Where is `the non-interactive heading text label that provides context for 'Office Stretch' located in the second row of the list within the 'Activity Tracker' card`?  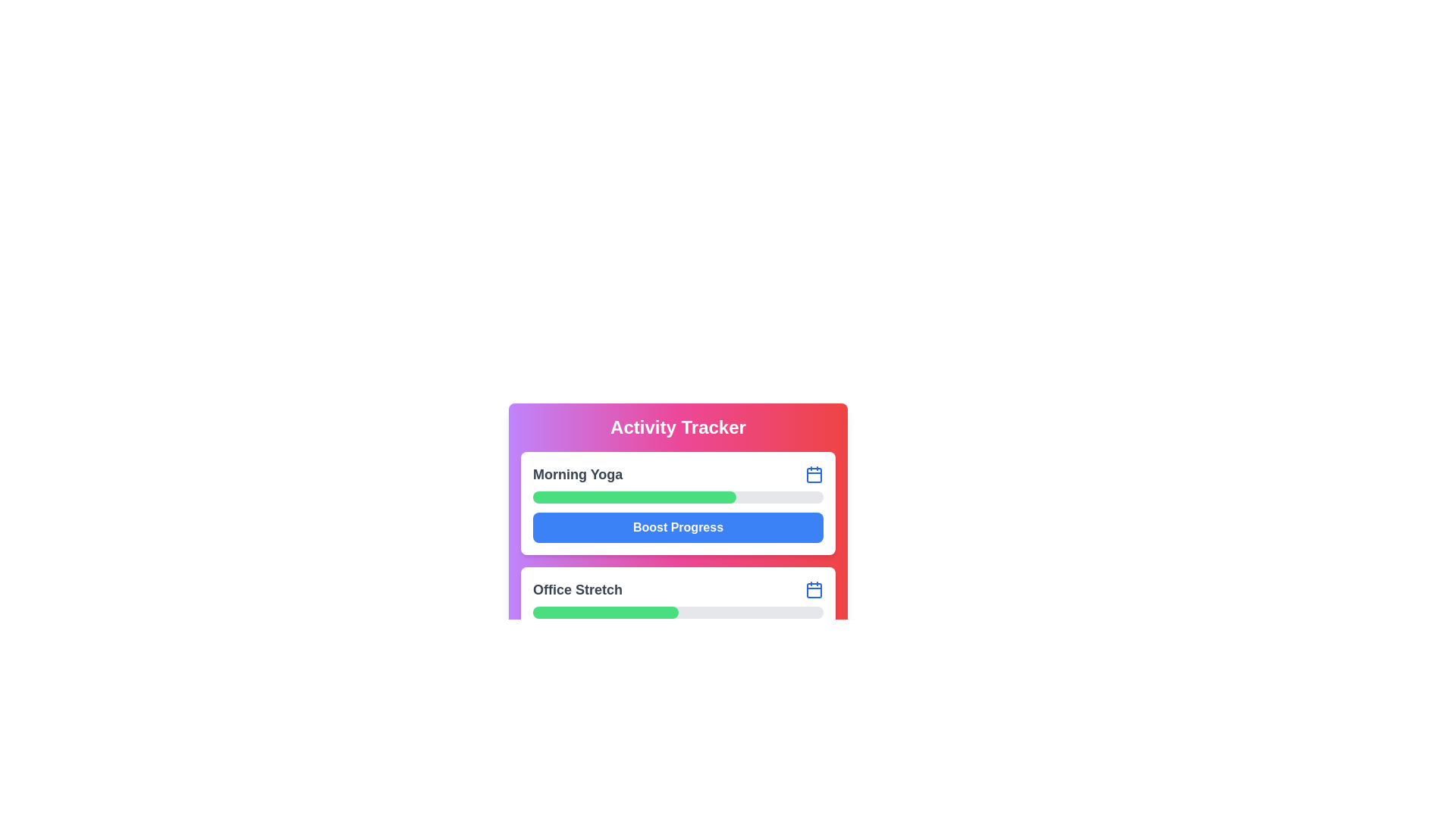 the non-interactive heading text label that provides context for 'Office Stretch' located in the second row of the list within the 'Activity Tracker' card is located at coordinates (577, 589).